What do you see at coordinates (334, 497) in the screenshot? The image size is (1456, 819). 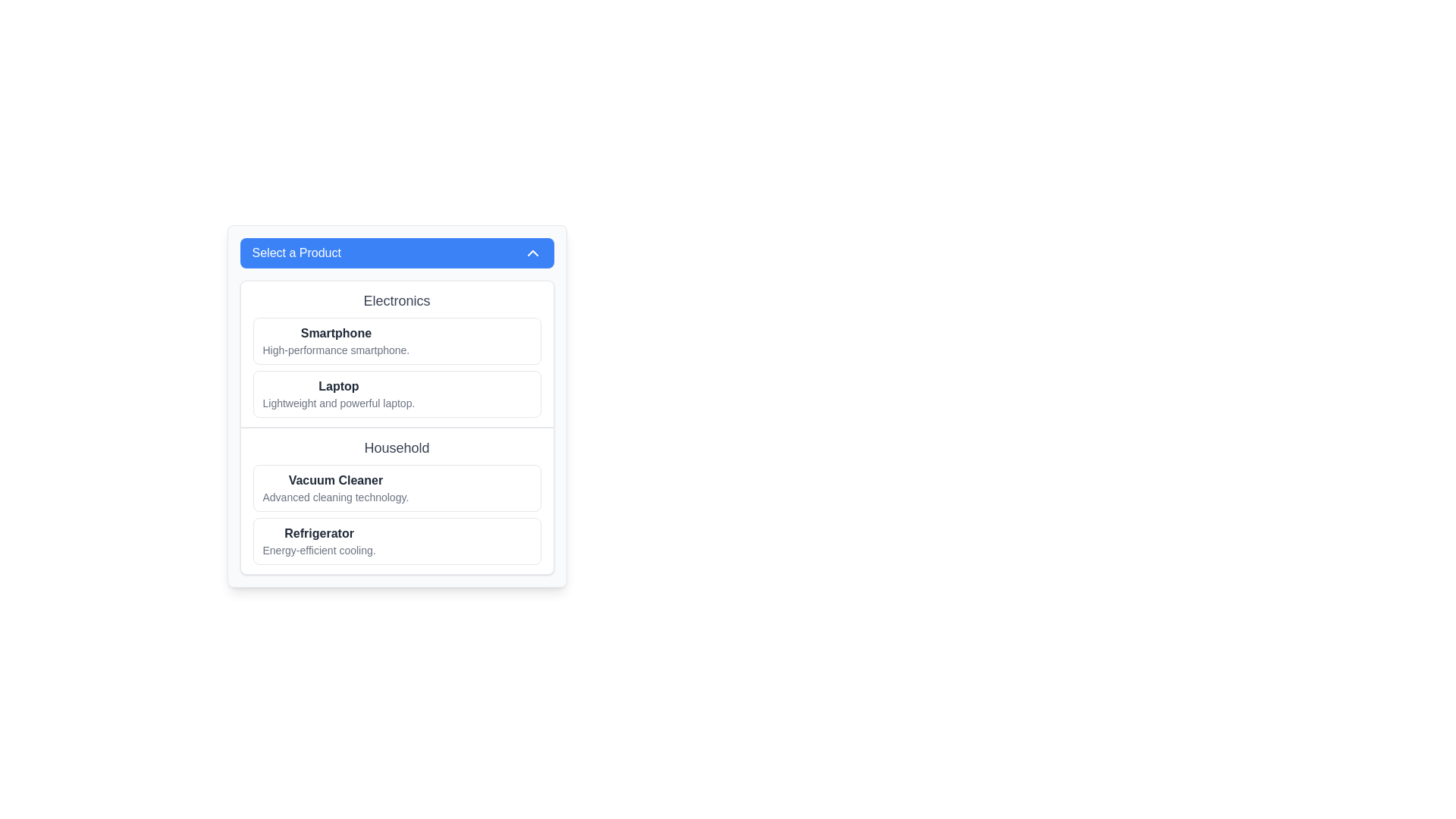 I see `text block displaying 'Advanced cleaning technology.' which is located below the title 'Vacuum Cleaner' in the 'Household' section` at bounding box center [334, 497].